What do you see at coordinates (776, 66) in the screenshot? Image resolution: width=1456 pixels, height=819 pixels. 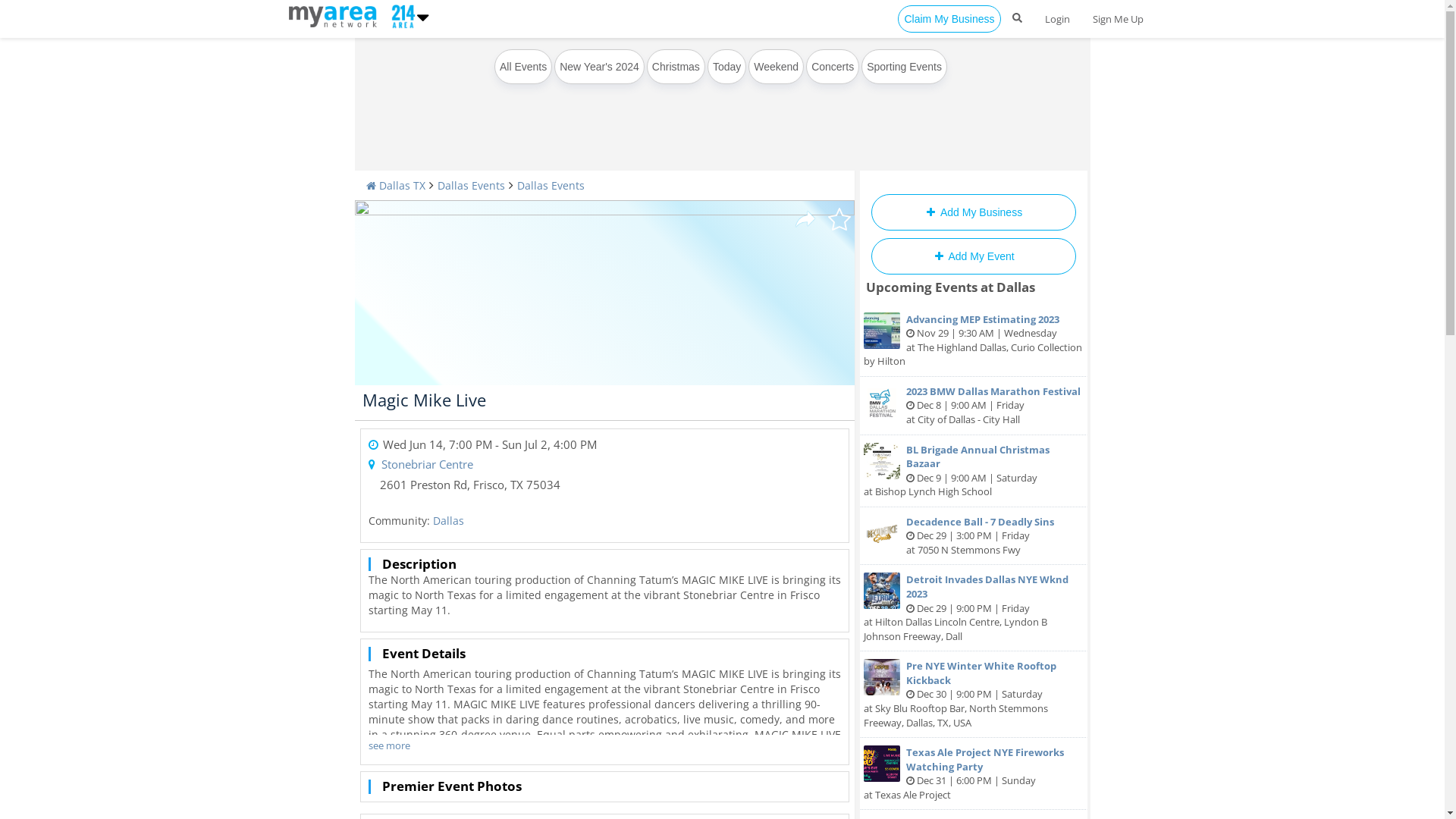 I see `'Weekend'` at bounding box center [776, 66].